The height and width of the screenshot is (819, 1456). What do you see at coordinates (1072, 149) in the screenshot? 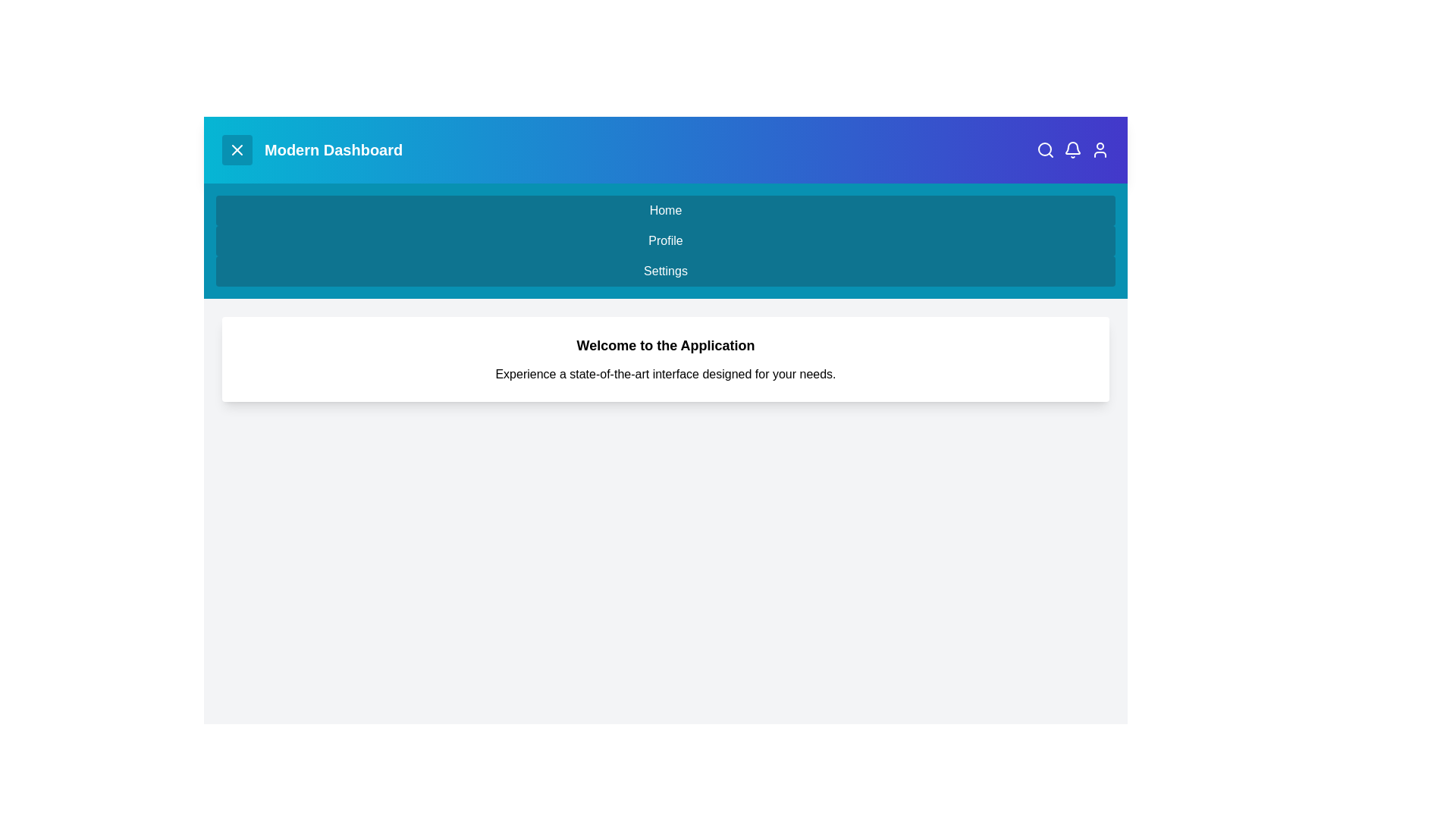
I see `the 'Notifications' icon in the app bar` at bounding box center [1072, 149].